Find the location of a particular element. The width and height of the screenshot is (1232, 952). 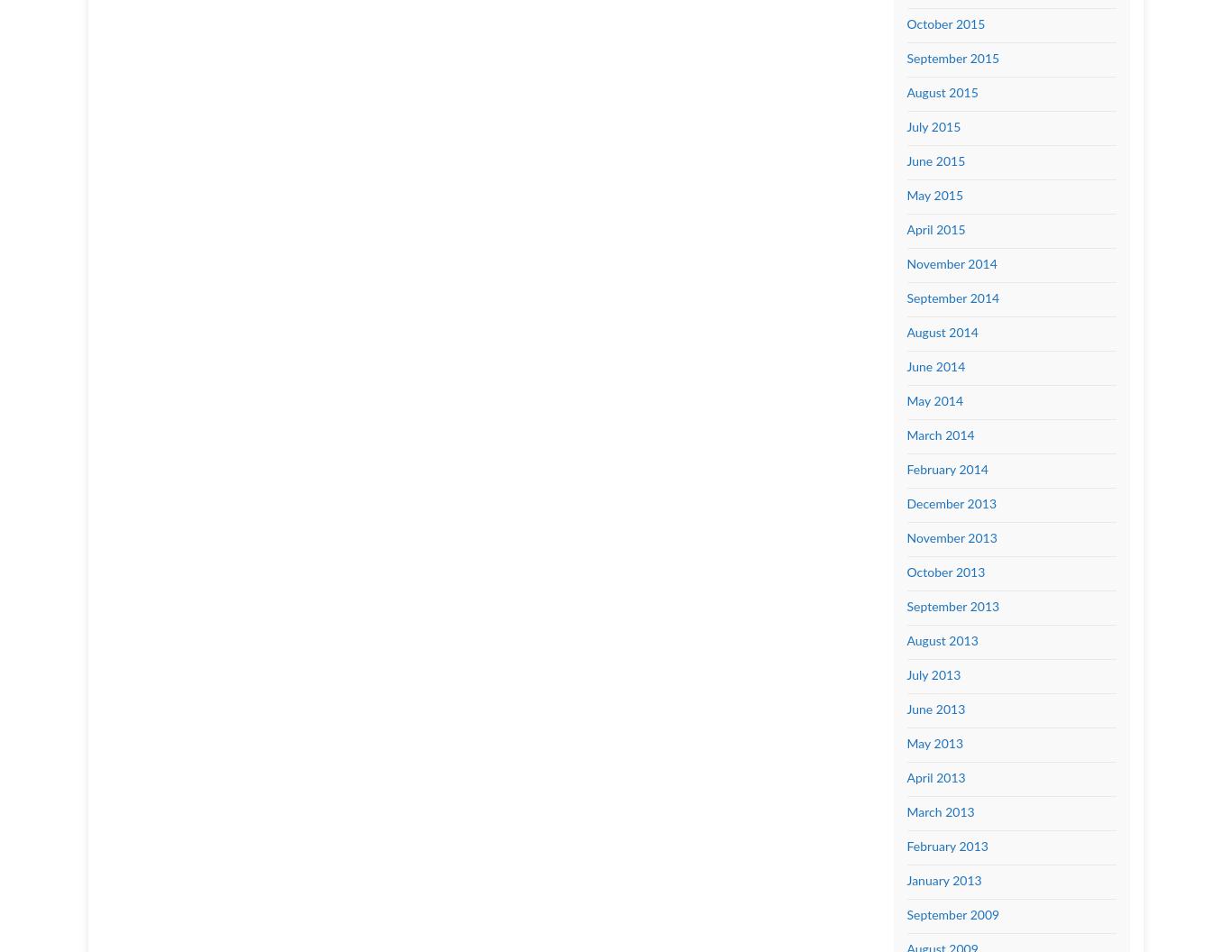

'March 2013' is located at coordinates (939, 810).